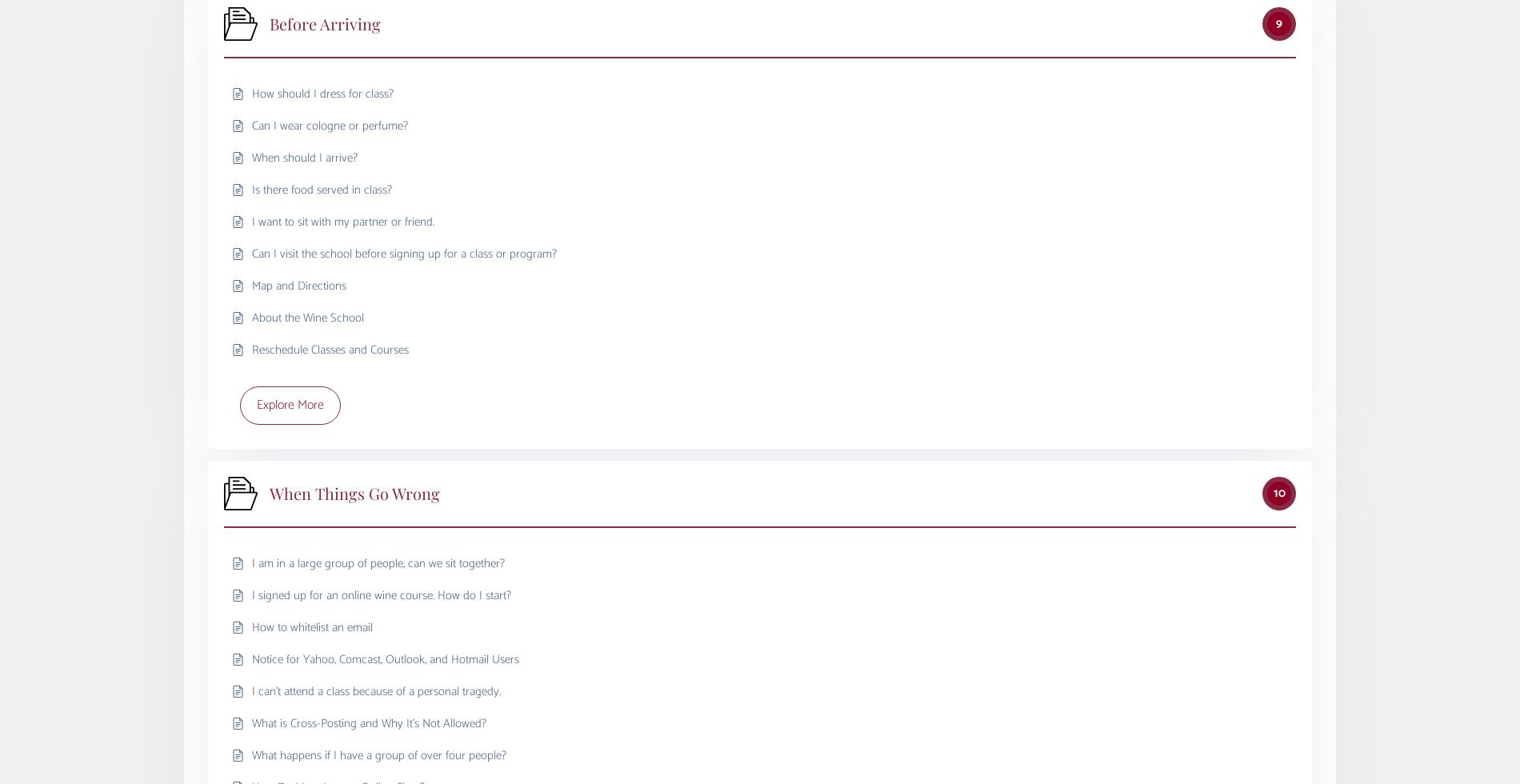  I want to click on '10', so click(1278, 492).